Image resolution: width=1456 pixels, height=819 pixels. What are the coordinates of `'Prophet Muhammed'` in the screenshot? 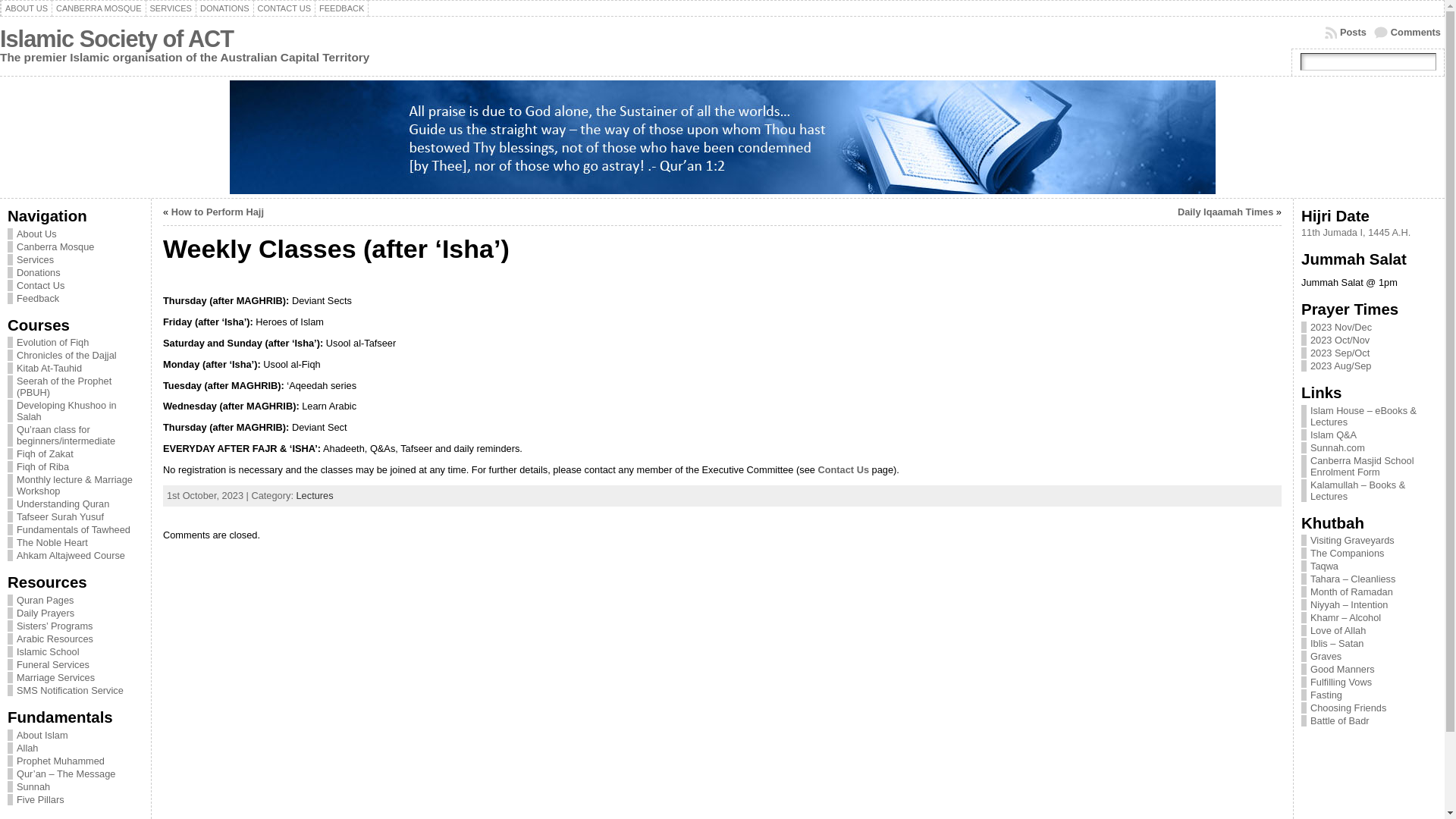 It's located at (74, 761).